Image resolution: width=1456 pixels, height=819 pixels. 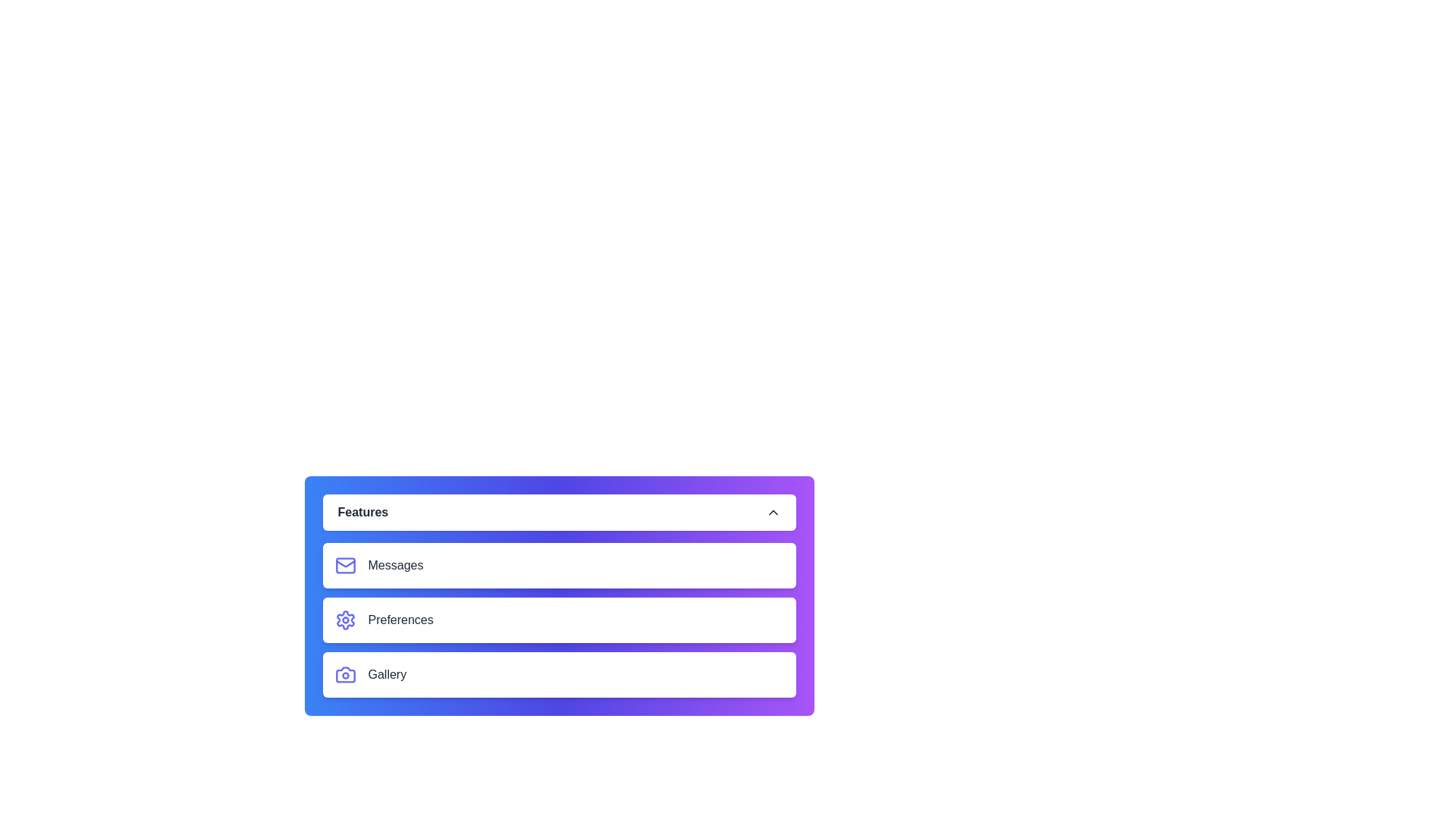 I want to click on the menu item labeled Gallery to inspect its icon, so click(x=558, y=674).